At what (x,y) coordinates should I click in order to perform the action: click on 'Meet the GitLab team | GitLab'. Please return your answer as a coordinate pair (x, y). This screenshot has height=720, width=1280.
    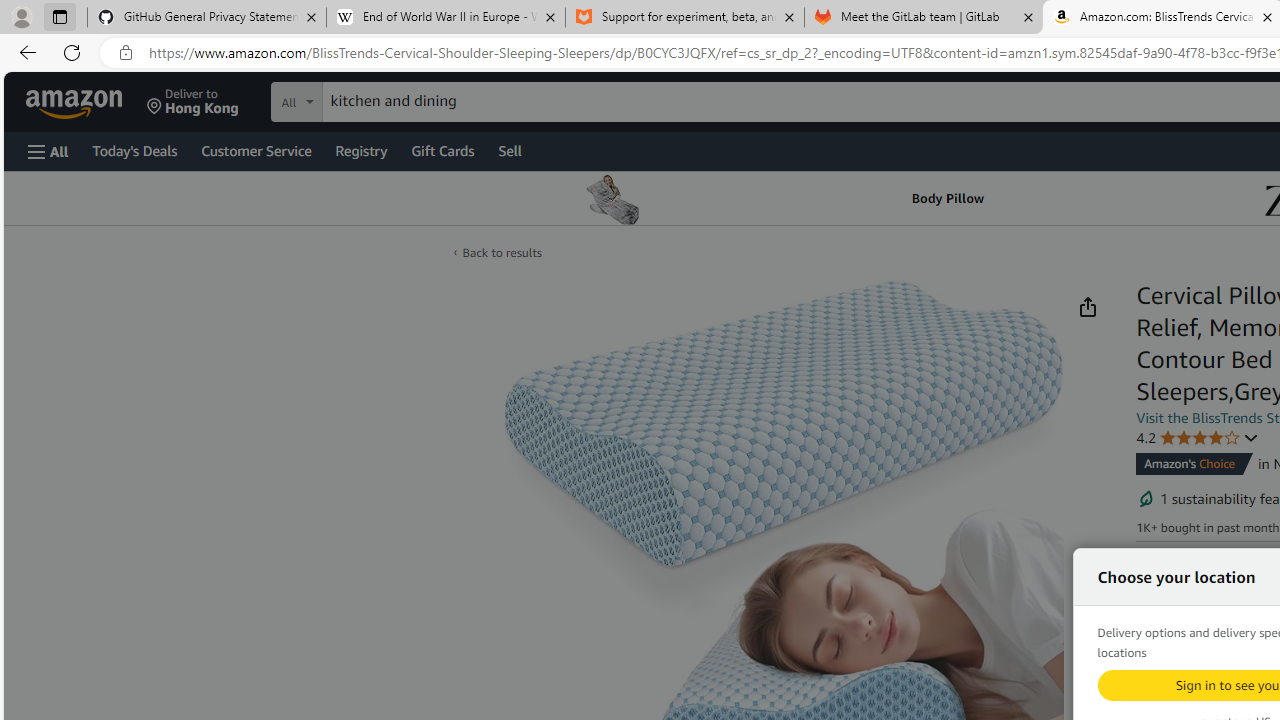
    Looking at the image, I should click on (923, 17).